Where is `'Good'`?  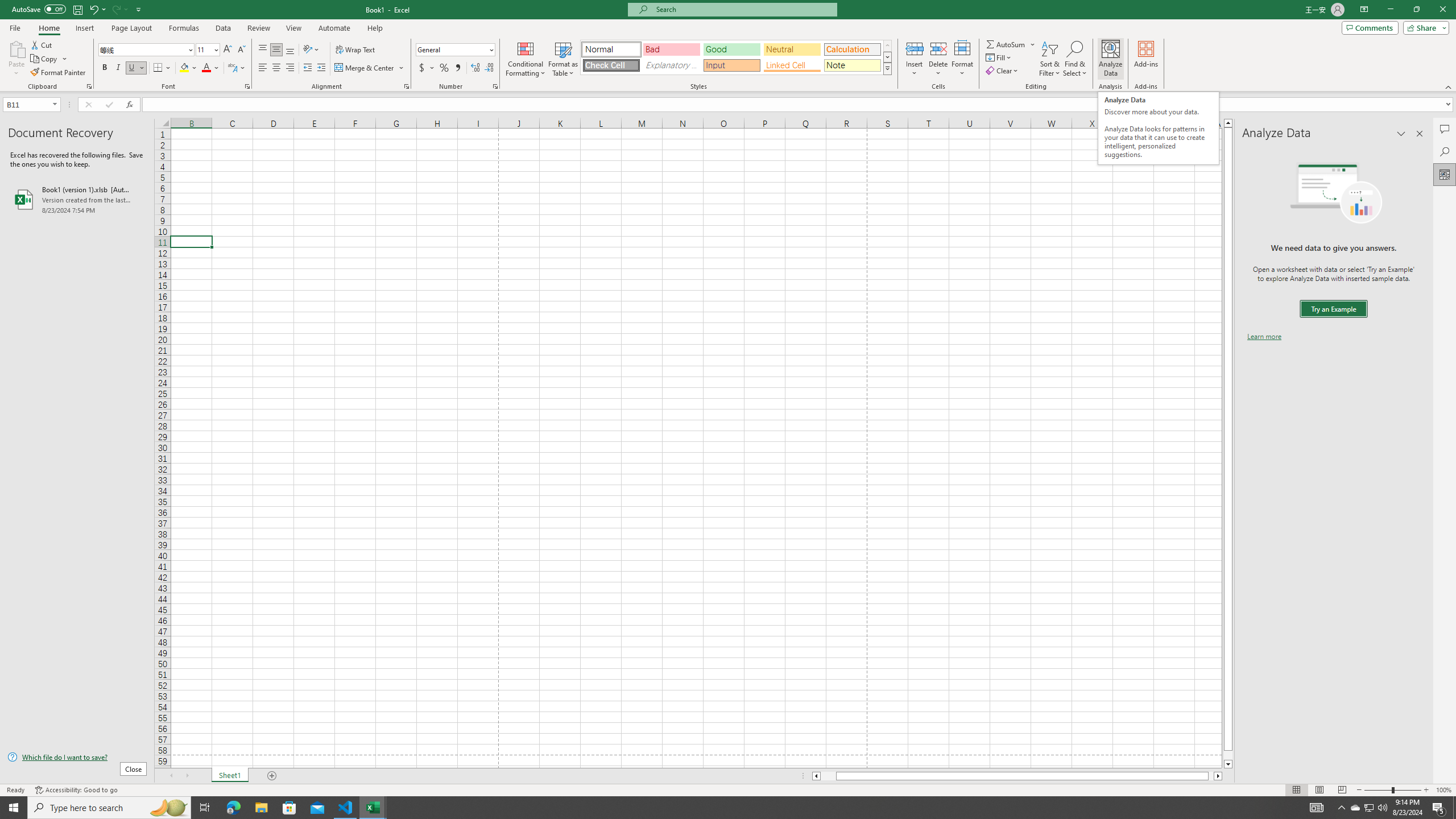
'Good' is located at coordinates (731, 49).